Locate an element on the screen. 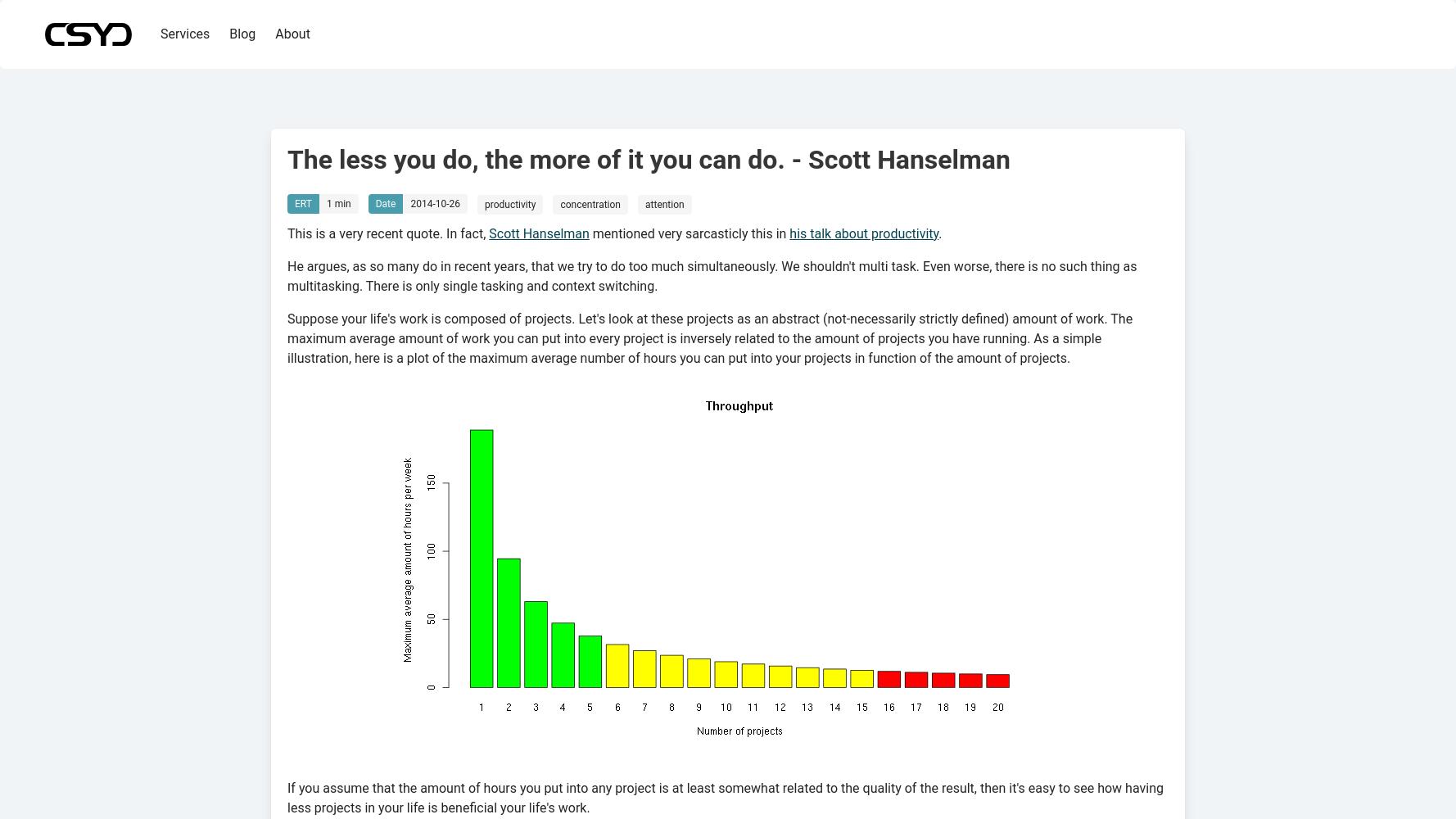  'Blog' is located at coordinates (229, 34).